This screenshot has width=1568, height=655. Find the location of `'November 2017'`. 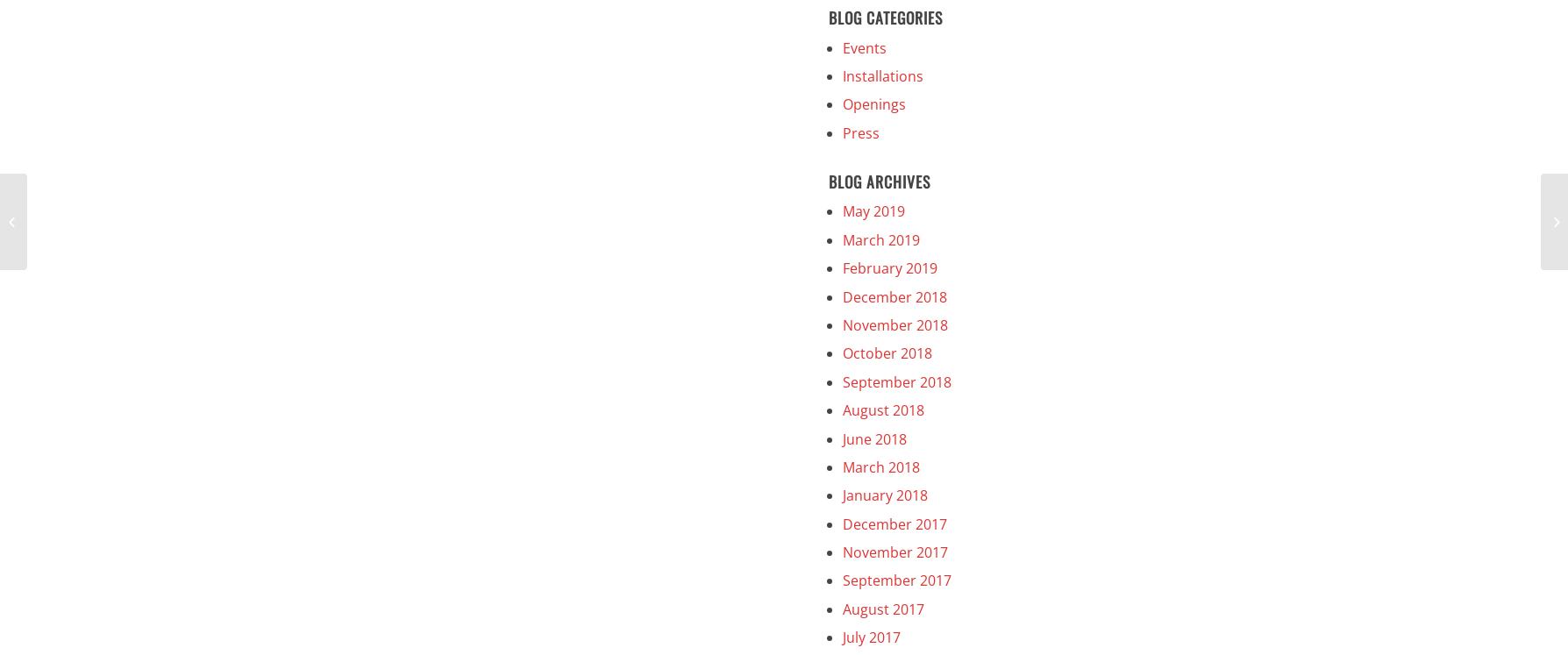

'November 2017' is located at coordinates (894, 552).